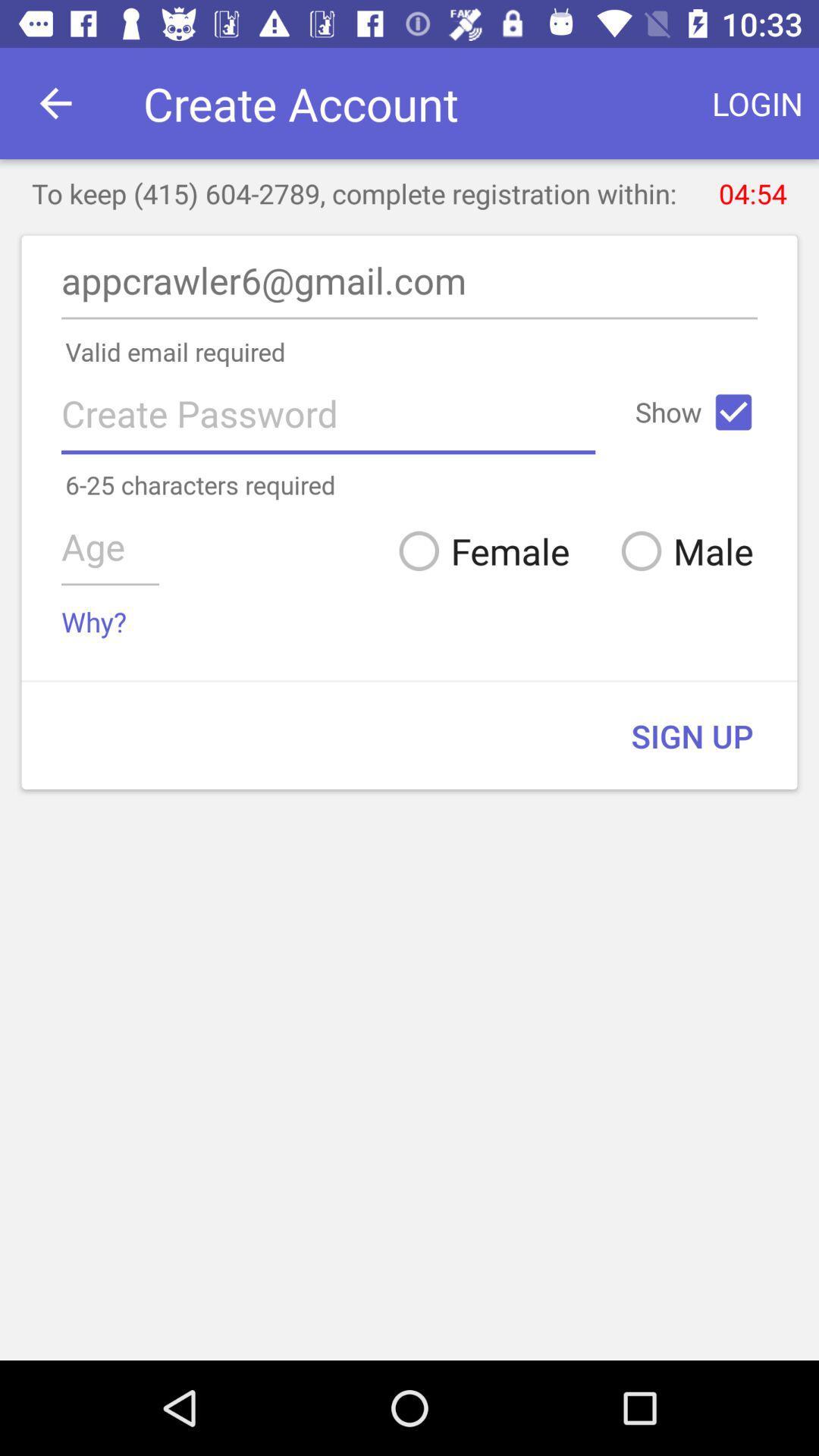 This screenshot has width=819, height=1456. What do you see at coordinates (680, 550) in the screenshot?
I see `the icon below the 6 25 characters icon` at bounding box center [680, 550].